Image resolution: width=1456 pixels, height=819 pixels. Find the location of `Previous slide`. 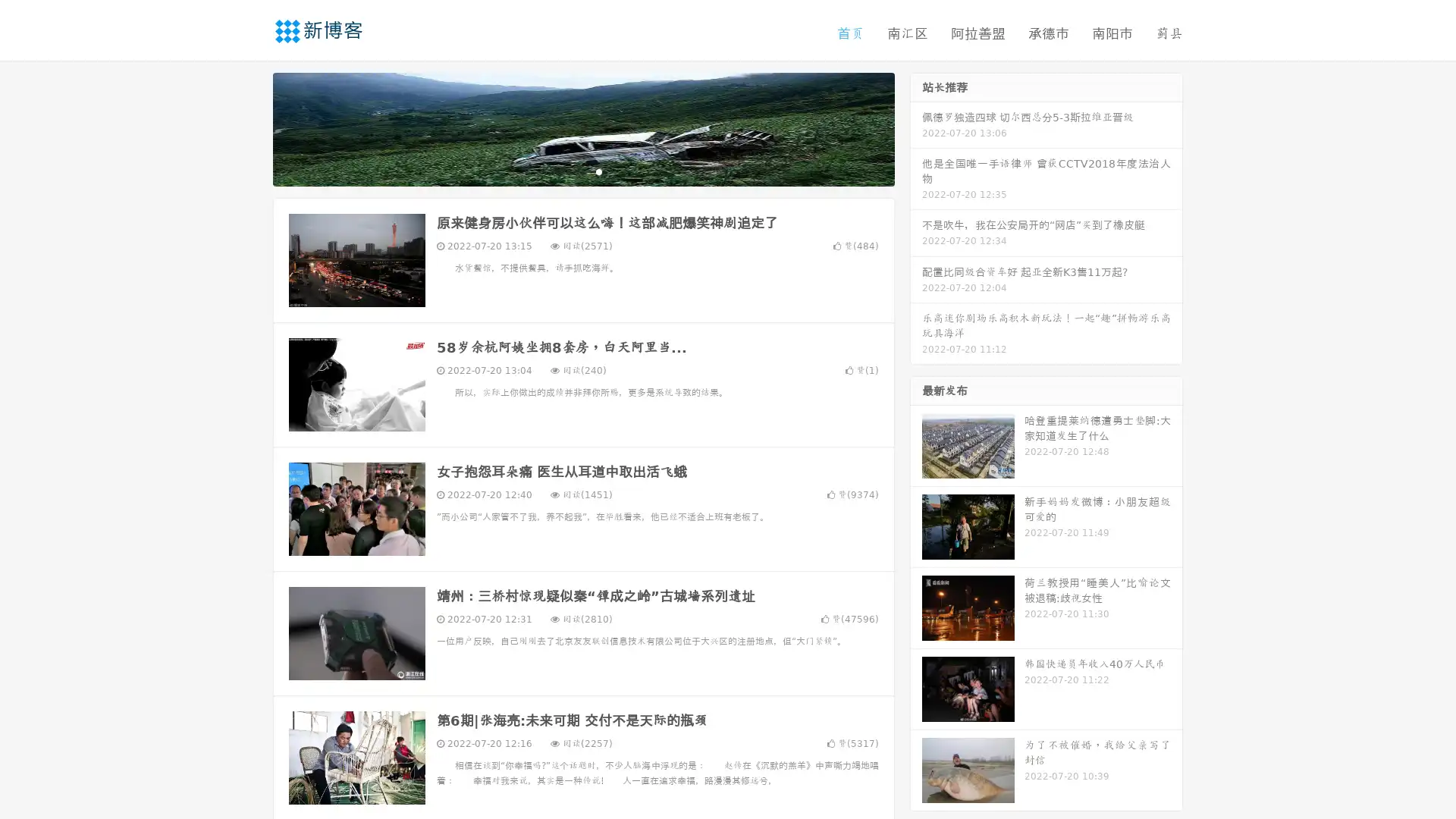

Previous slide is located at coordinates (250, 127).